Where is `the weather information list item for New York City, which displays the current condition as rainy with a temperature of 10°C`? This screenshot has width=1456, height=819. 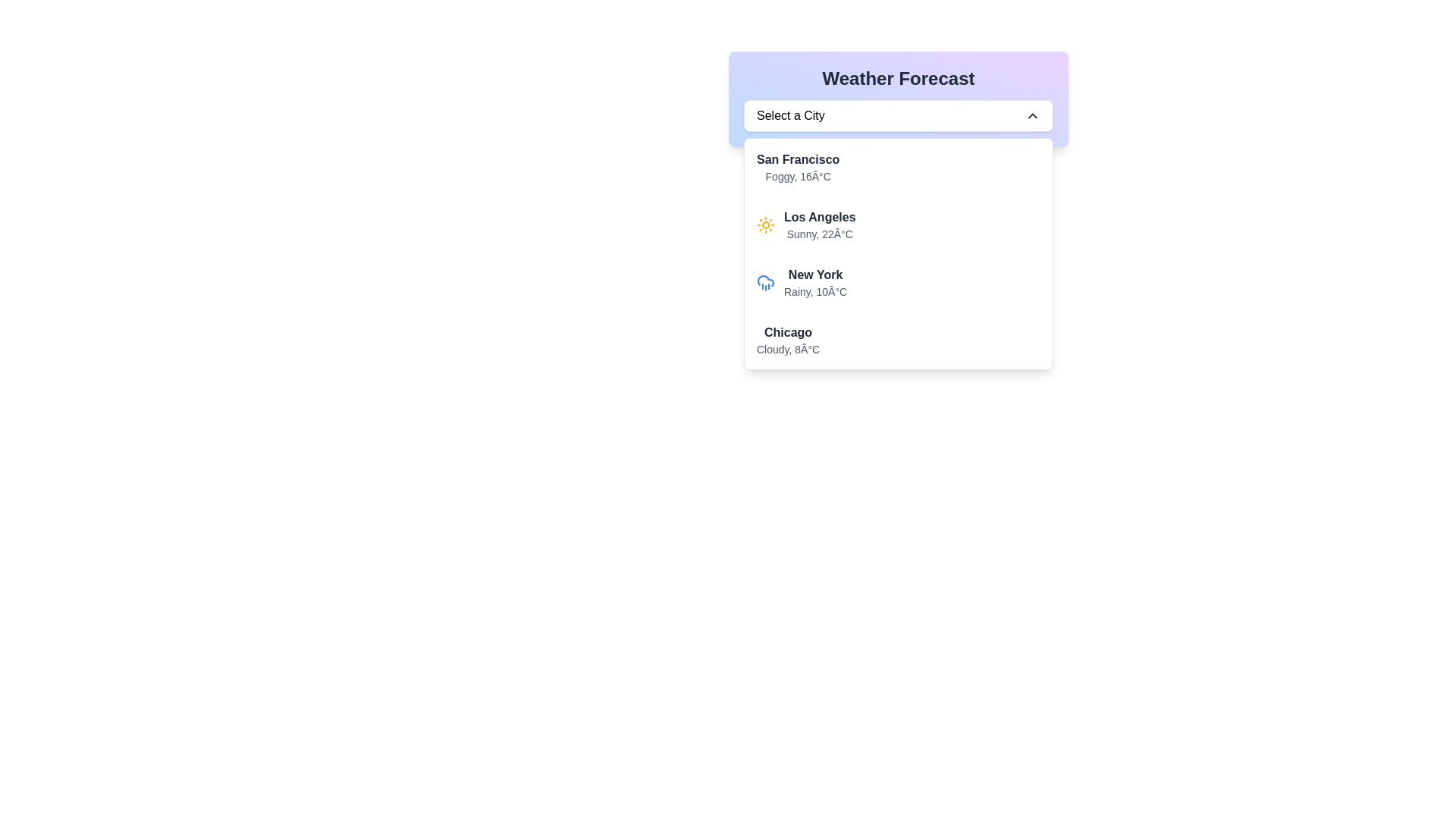 the weather information list item for New York City, which displays the current condition as rainy with a temperature of 10°C is located at coordinates (899, 283).